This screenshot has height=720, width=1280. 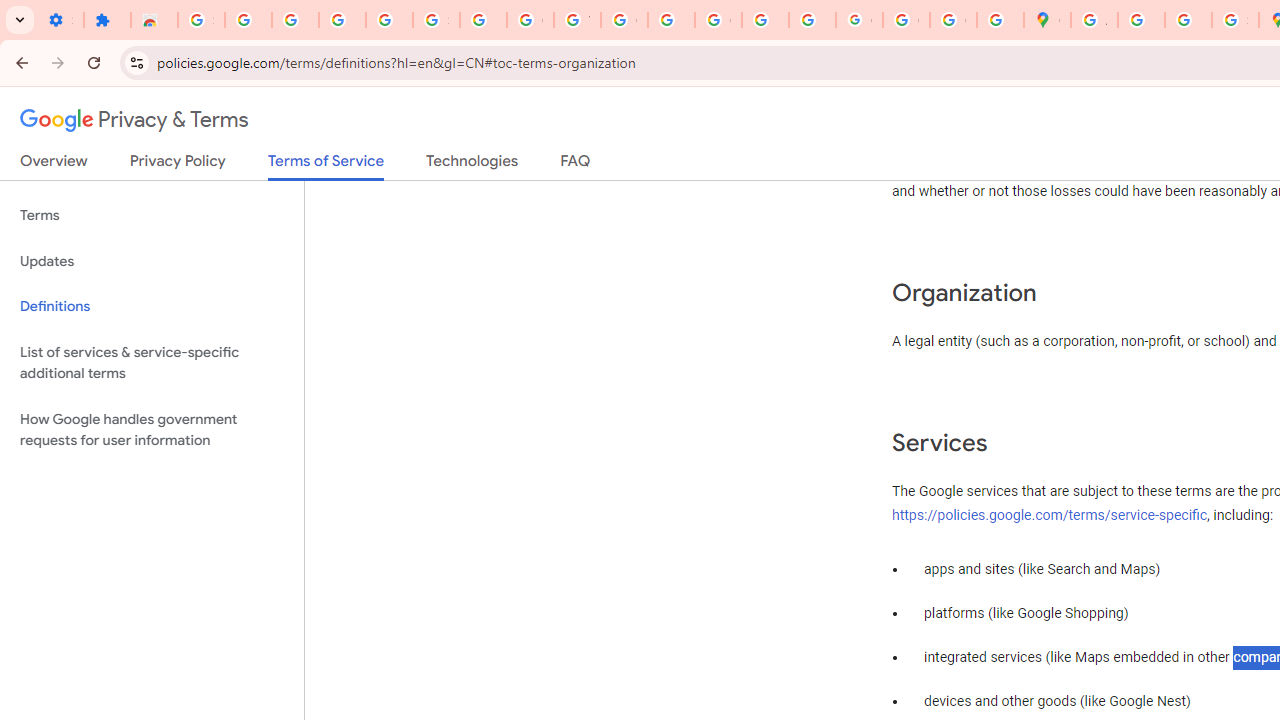 What do you see at coordinates (326, 165) in the screenshot?
I see `'Terms of Service'` at bounding box center [326, 165].